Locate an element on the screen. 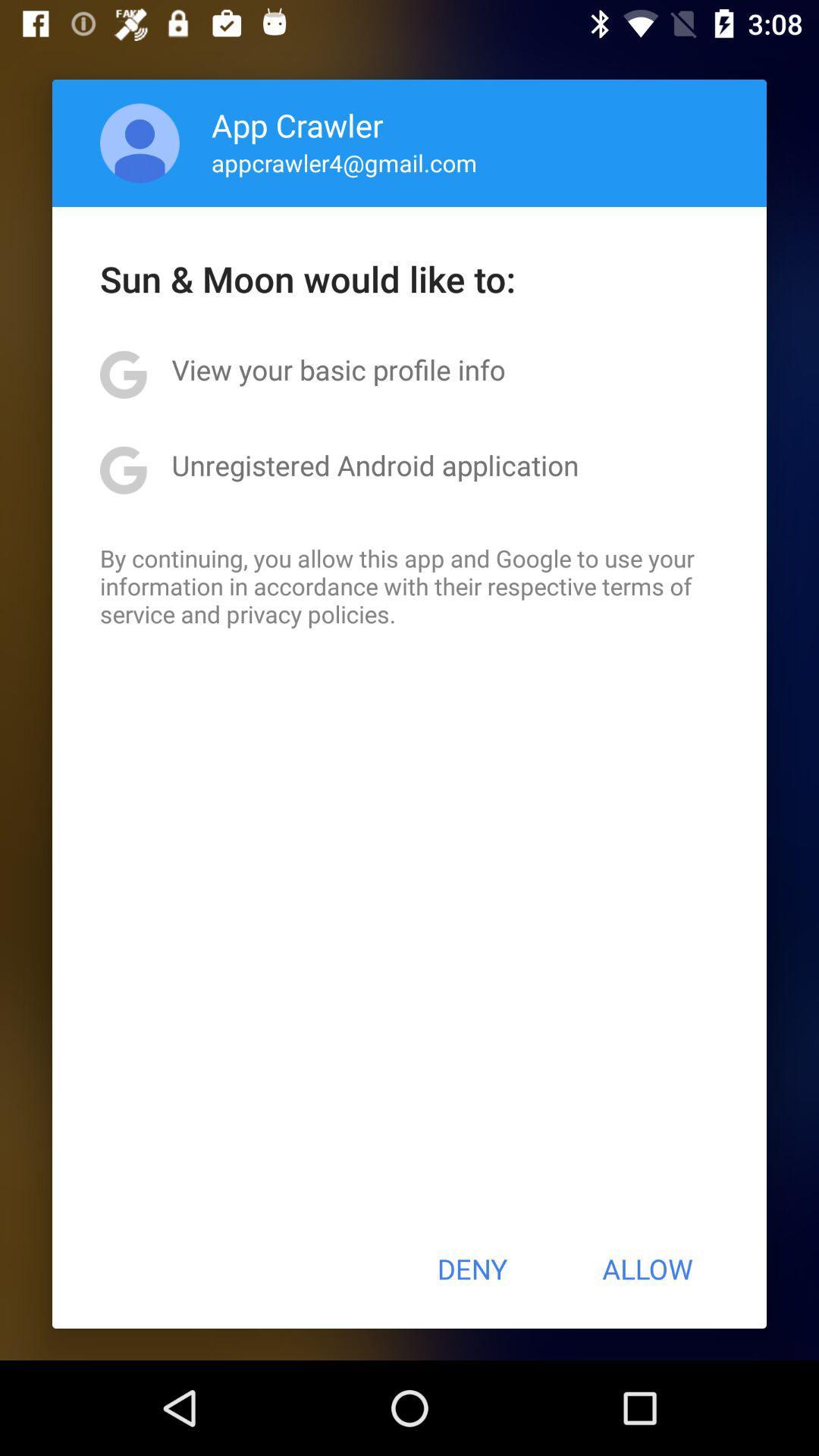 This screenshot has width=819, height=1456. the app below app crawler item is located at coordinates (344, 162).